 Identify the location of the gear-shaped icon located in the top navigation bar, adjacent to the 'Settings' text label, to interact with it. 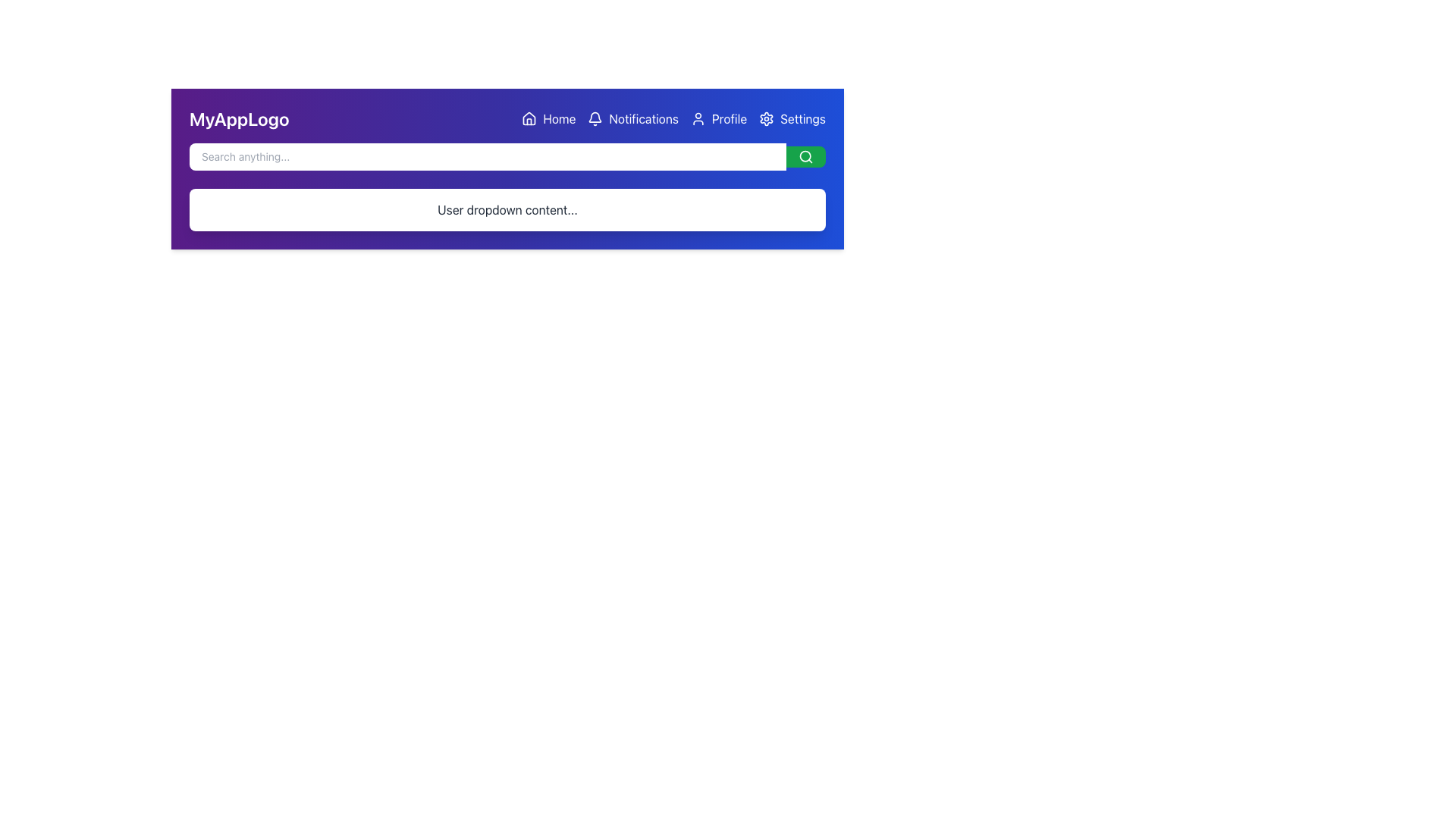
(767, 118).